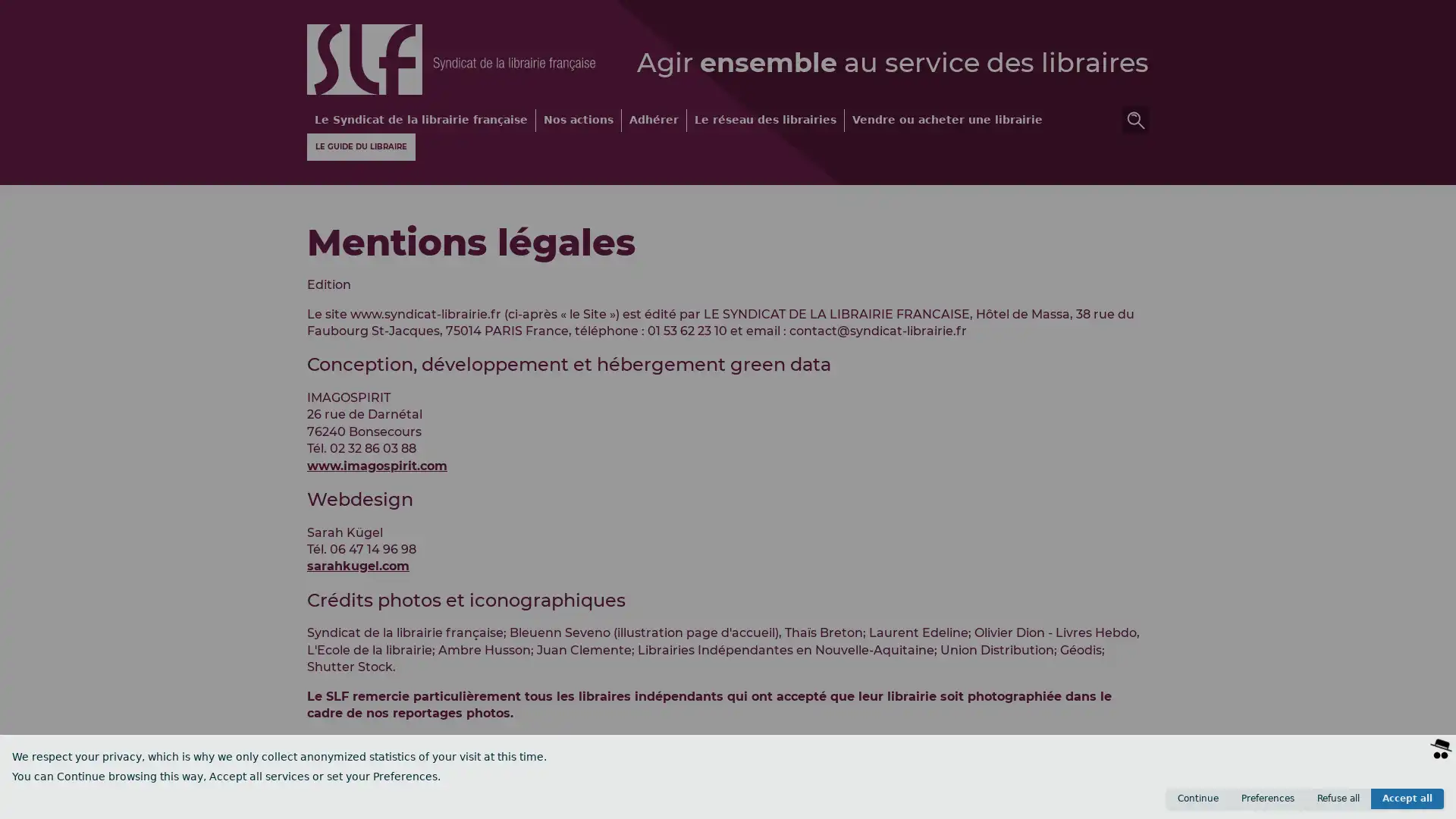 Image resolution: width=1456 pixels, height=819 pixels. Describe the element at coordinates (1366, 803) in the screenshot. I see `Invisible` at that location.